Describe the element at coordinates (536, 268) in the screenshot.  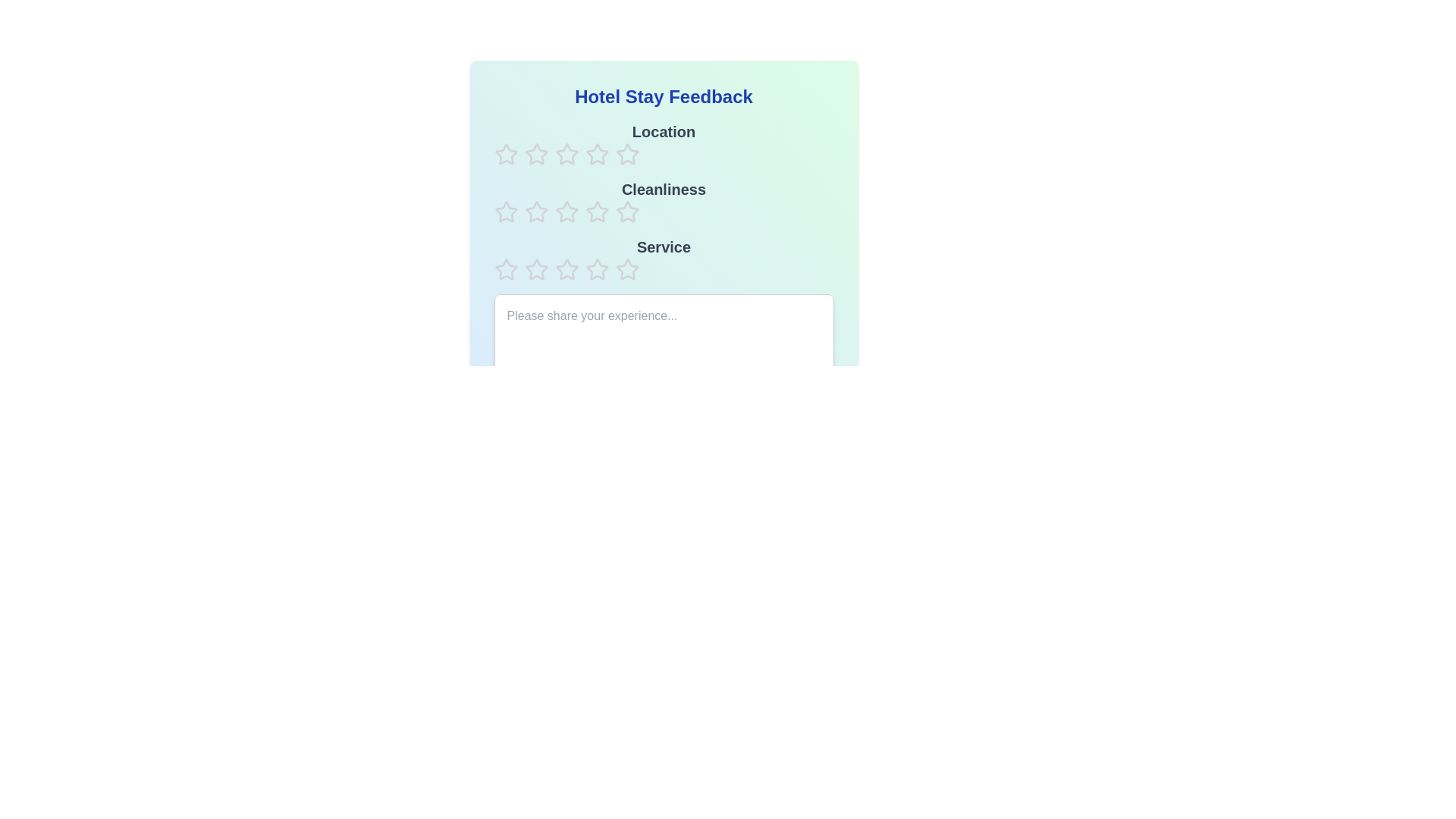
I see `the first star in the third row labeled 'Service' in the feedback form to rate it` at that location.